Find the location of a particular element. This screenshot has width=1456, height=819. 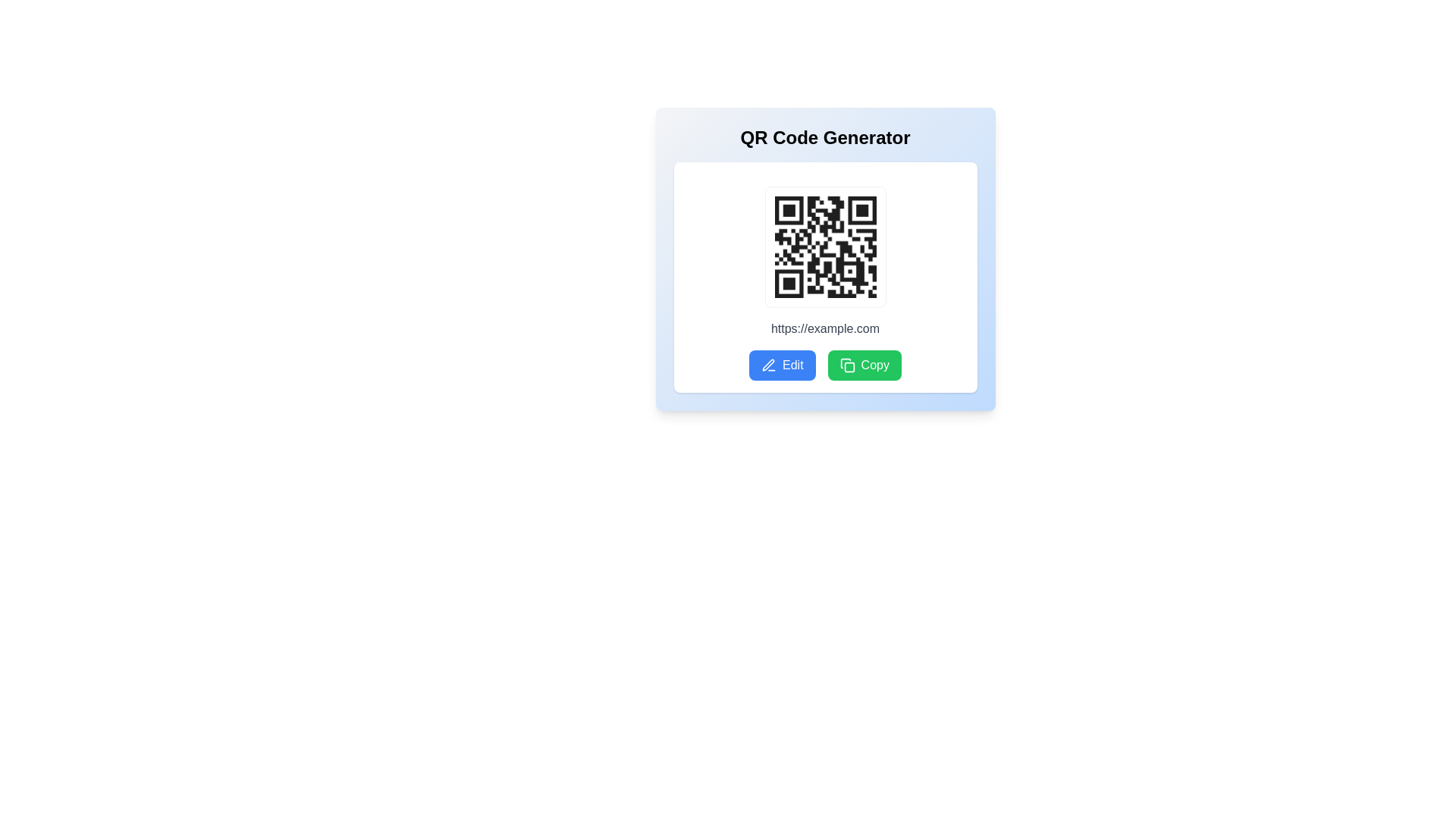

the SVG rectangle representing the 'Copy' icon located in the modal window titled 'QR Code Generator', which is positioned beneath the QR code display is located at coordinates (849, 367).